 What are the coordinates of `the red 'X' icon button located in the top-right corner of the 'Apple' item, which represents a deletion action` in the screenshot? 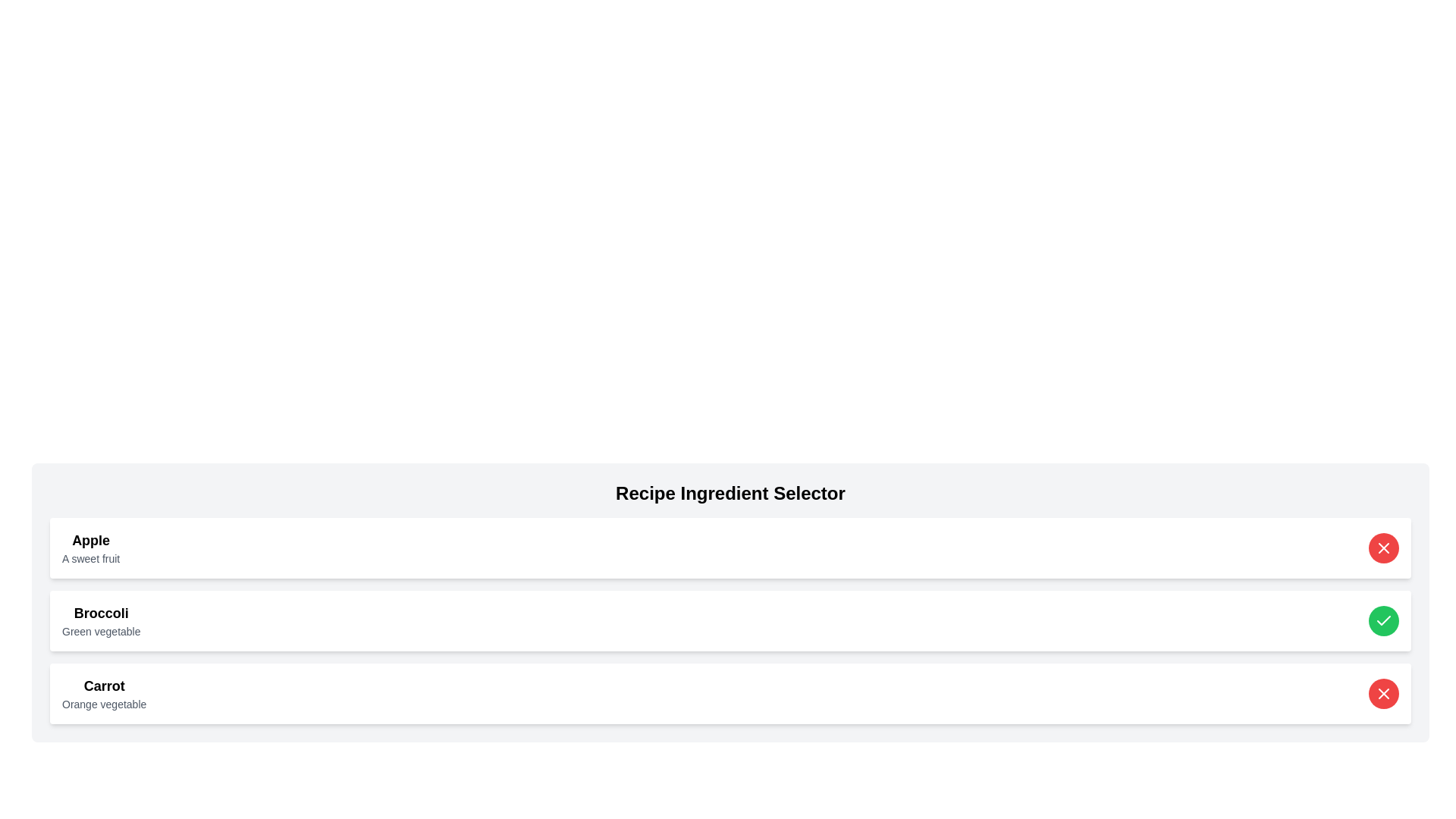 It's located at (1383, 693).